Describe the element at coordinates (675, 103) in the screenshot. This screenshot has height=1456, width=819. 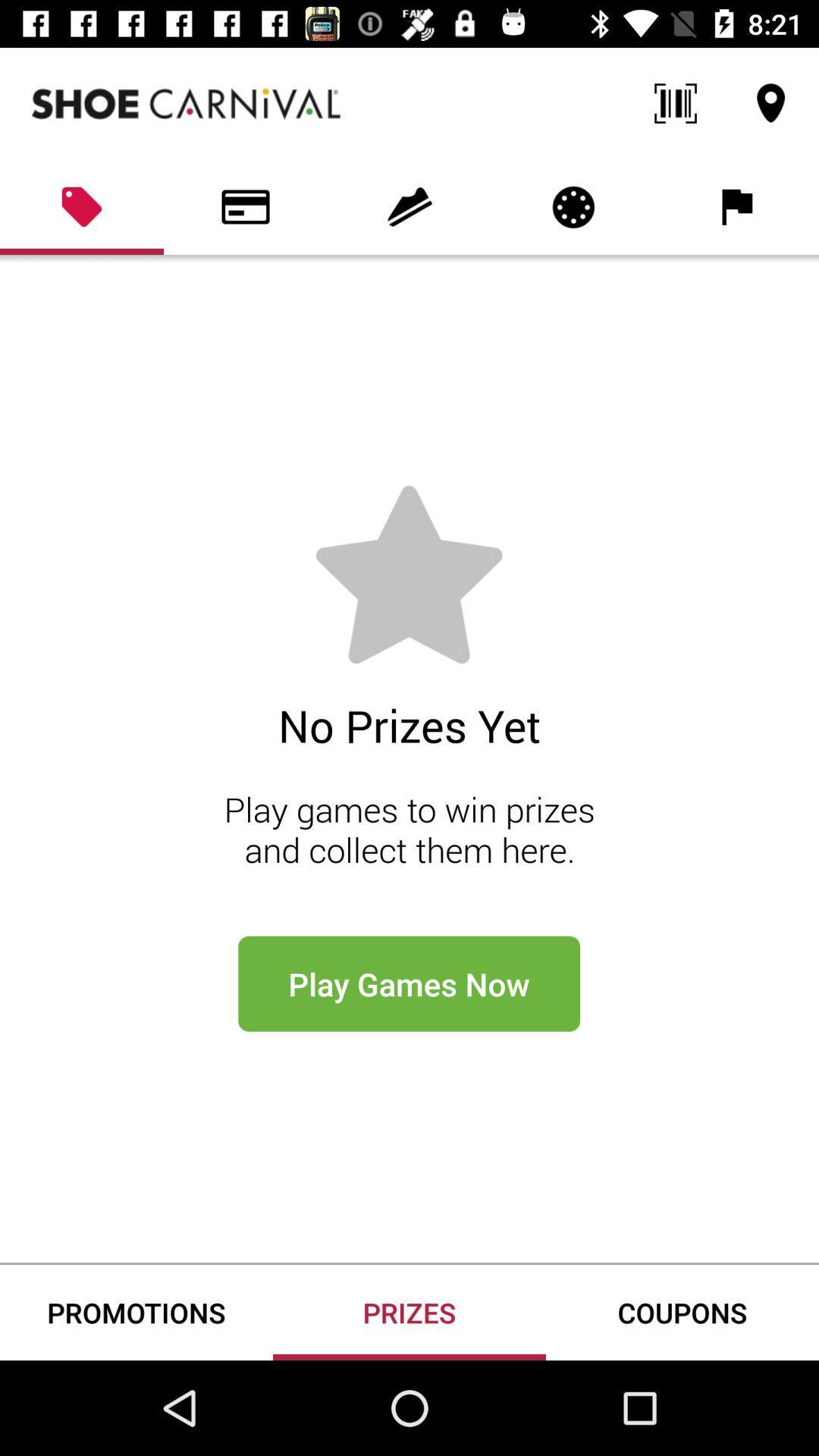
I see `the barcode icon which is on the top next to carnival` at that location.